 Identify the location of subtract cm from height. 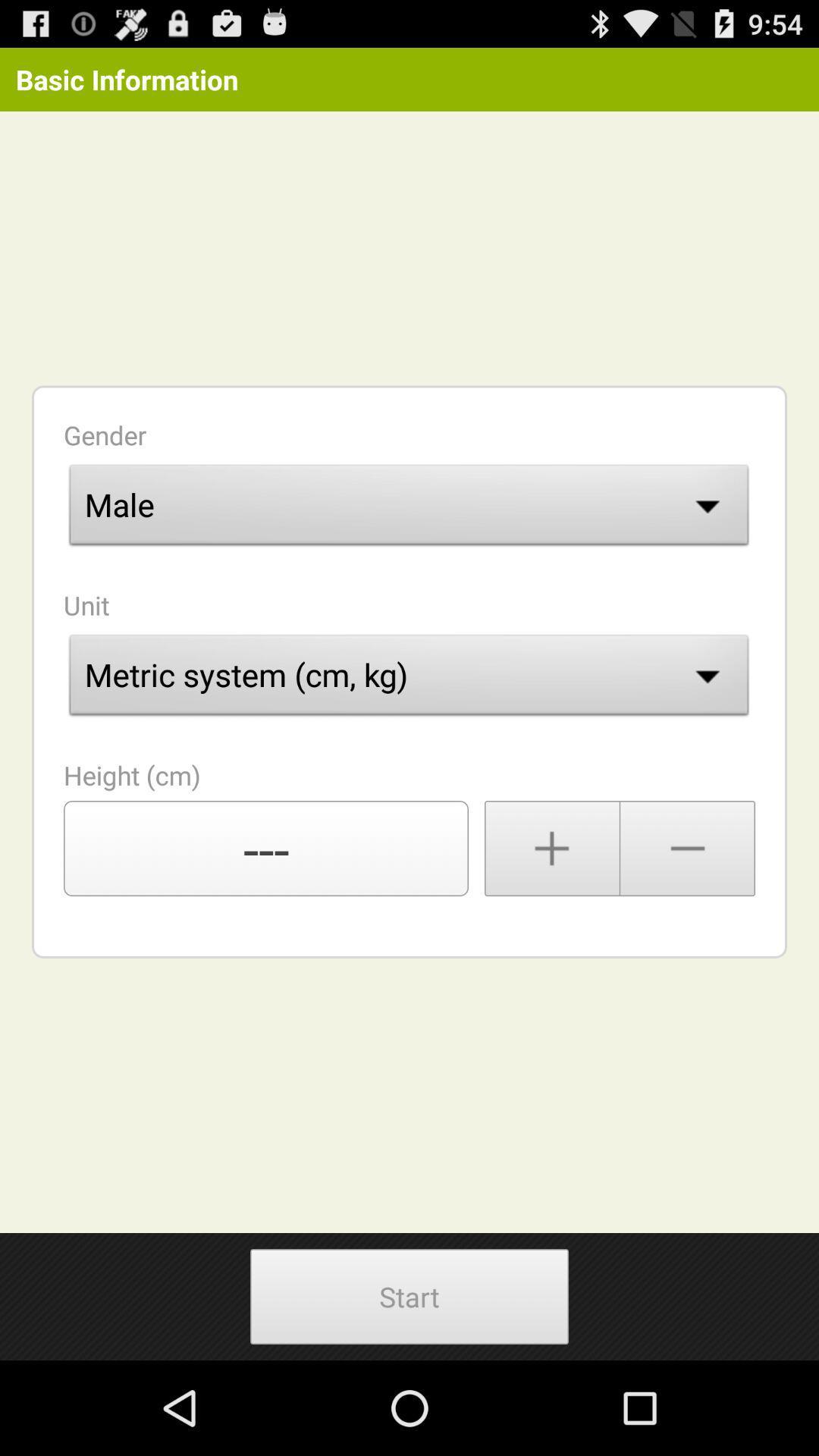
(688, 847).